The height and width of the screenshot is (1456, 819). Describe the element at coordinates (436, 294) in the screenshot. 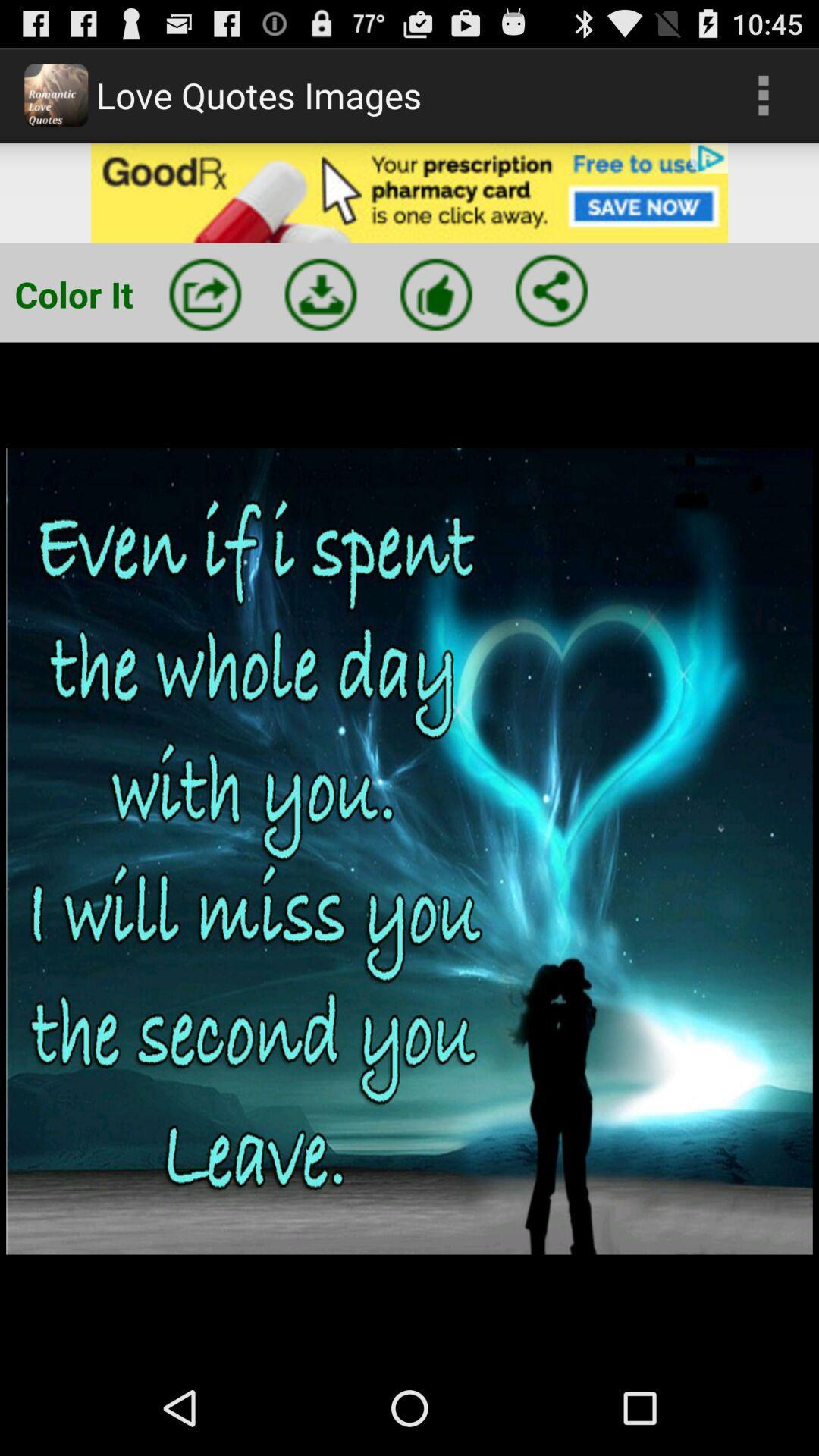

I see `like page` at that location.